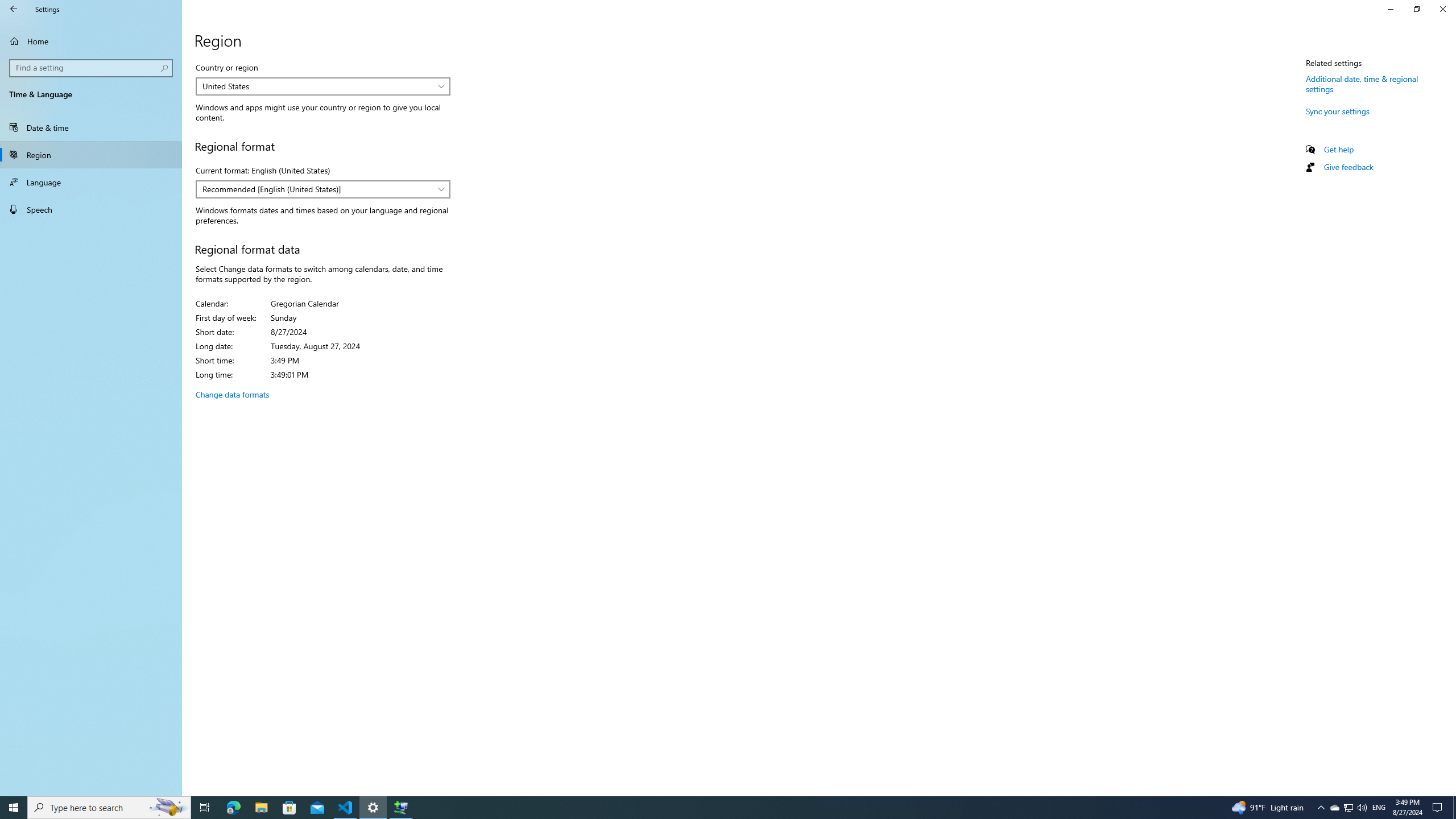  Describe the element at coordinates (401, 806) in the screenshot. I see `'Extensible Wizards Host Process - 1 running window'` at that location.